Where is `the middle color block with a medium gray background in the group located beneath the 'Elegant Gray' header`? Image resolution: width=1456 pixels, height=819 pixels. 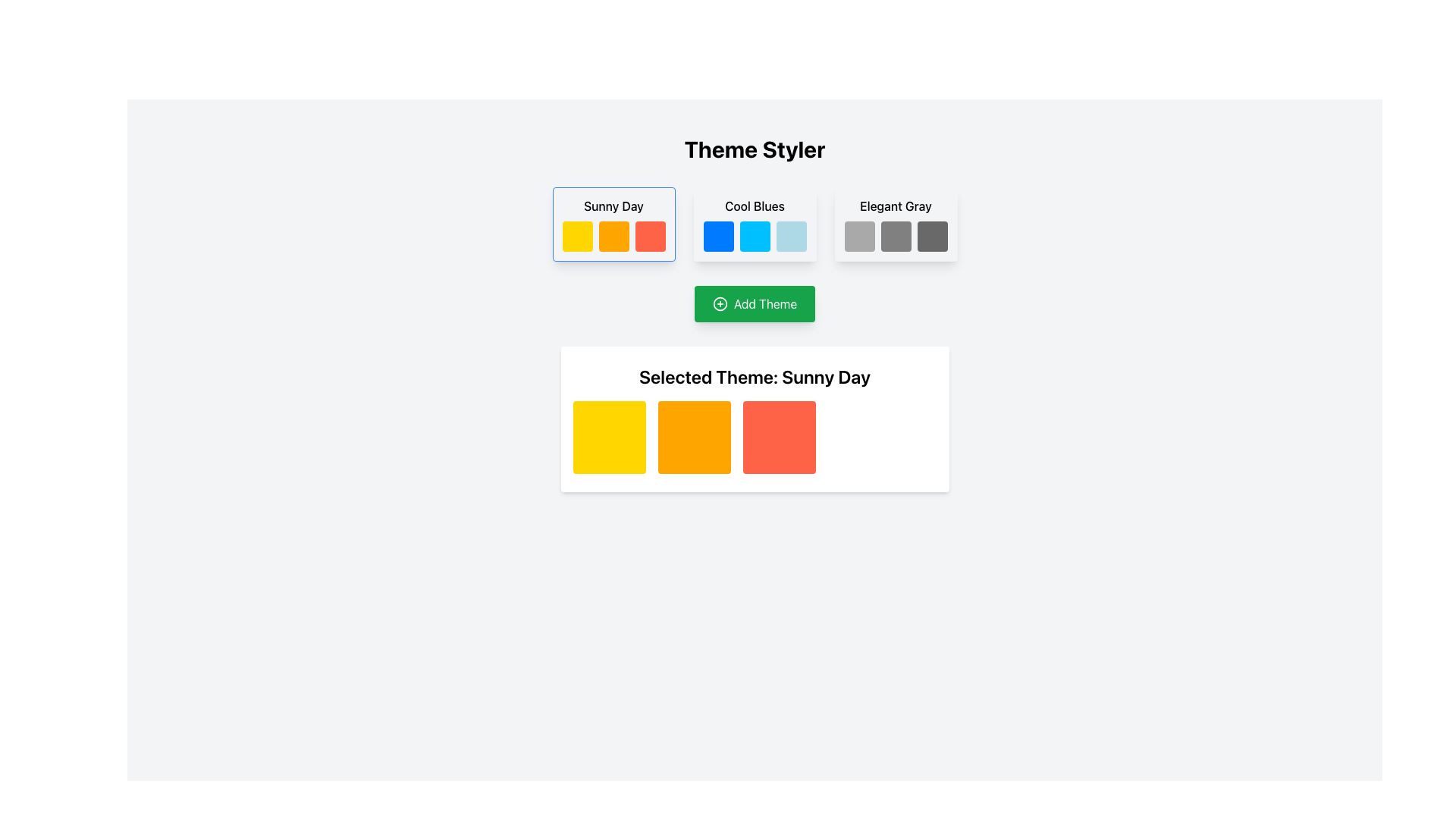
the middle color block with a medium gray background in the group located beneath the 'Elegant Gray' header is located at coordinates (896, 237).